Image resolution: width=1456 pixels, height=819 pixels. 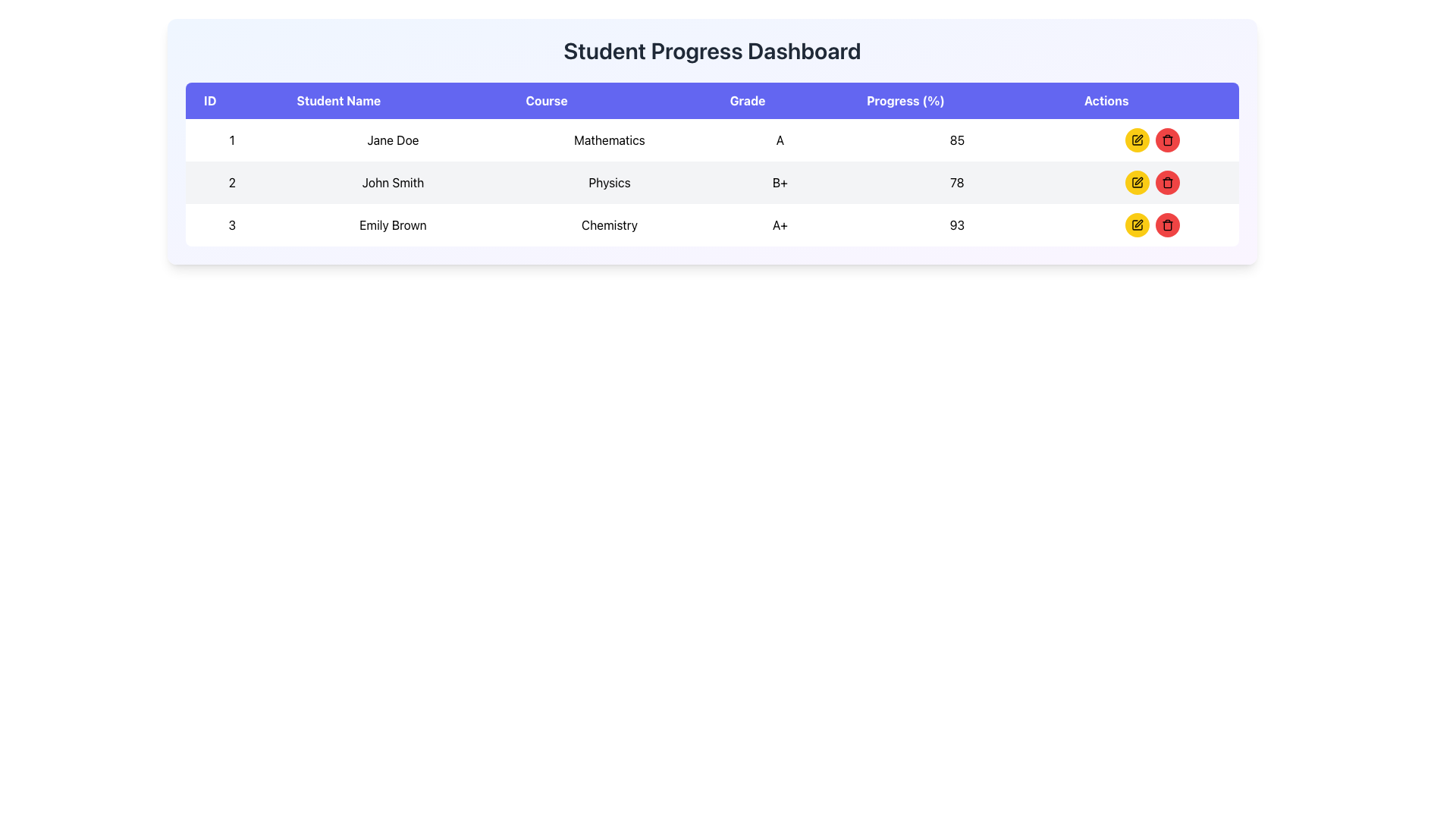 I want to click on the red circular delete button with a trash can icon located in the second position of the 'Actions' column in the third row of the data table, so click(x=1166, y=225).